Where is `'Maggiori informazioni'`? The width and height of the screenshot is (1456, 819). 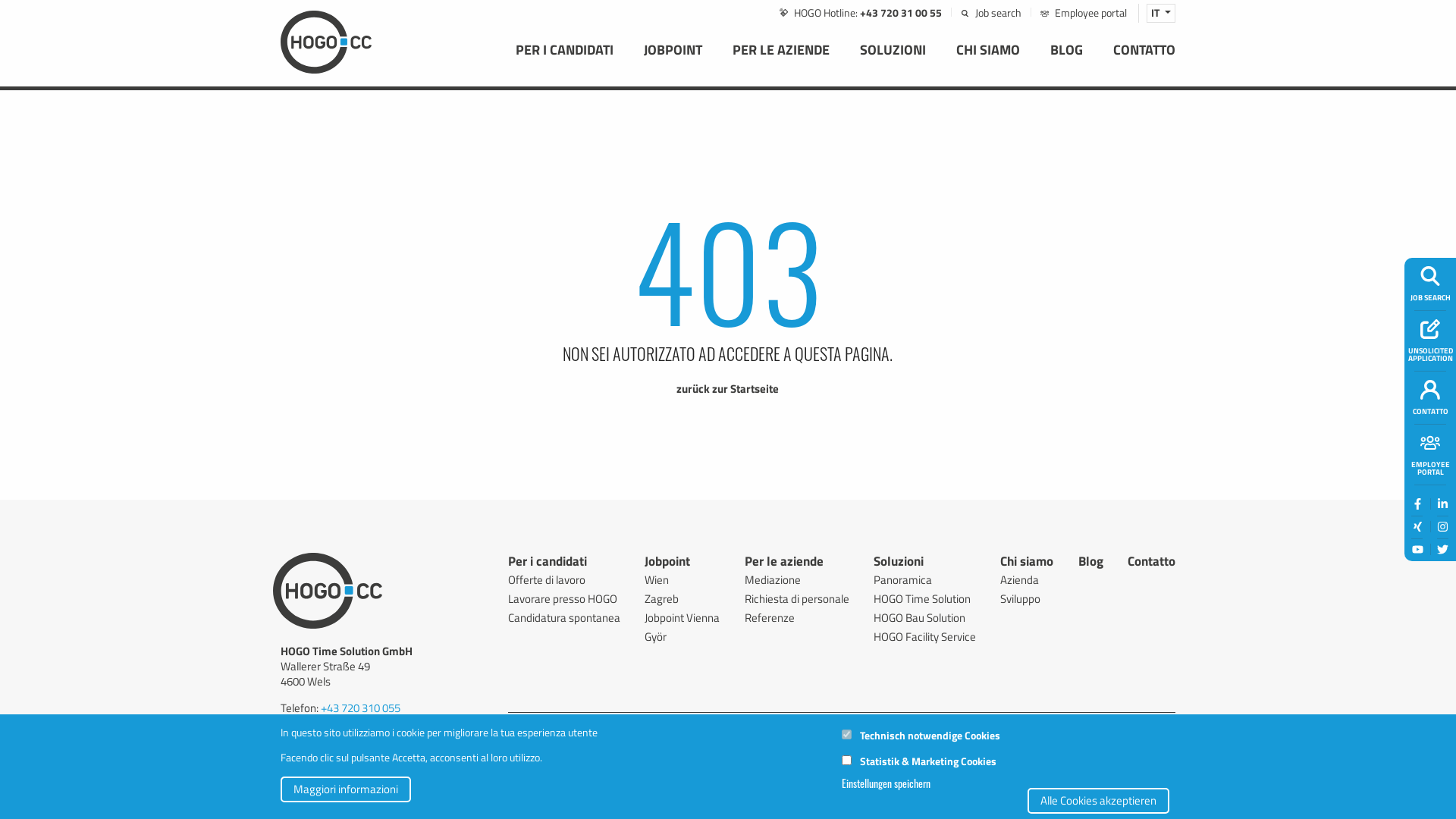
'Maggiori informazioni' is located at coordinates (345, 789).